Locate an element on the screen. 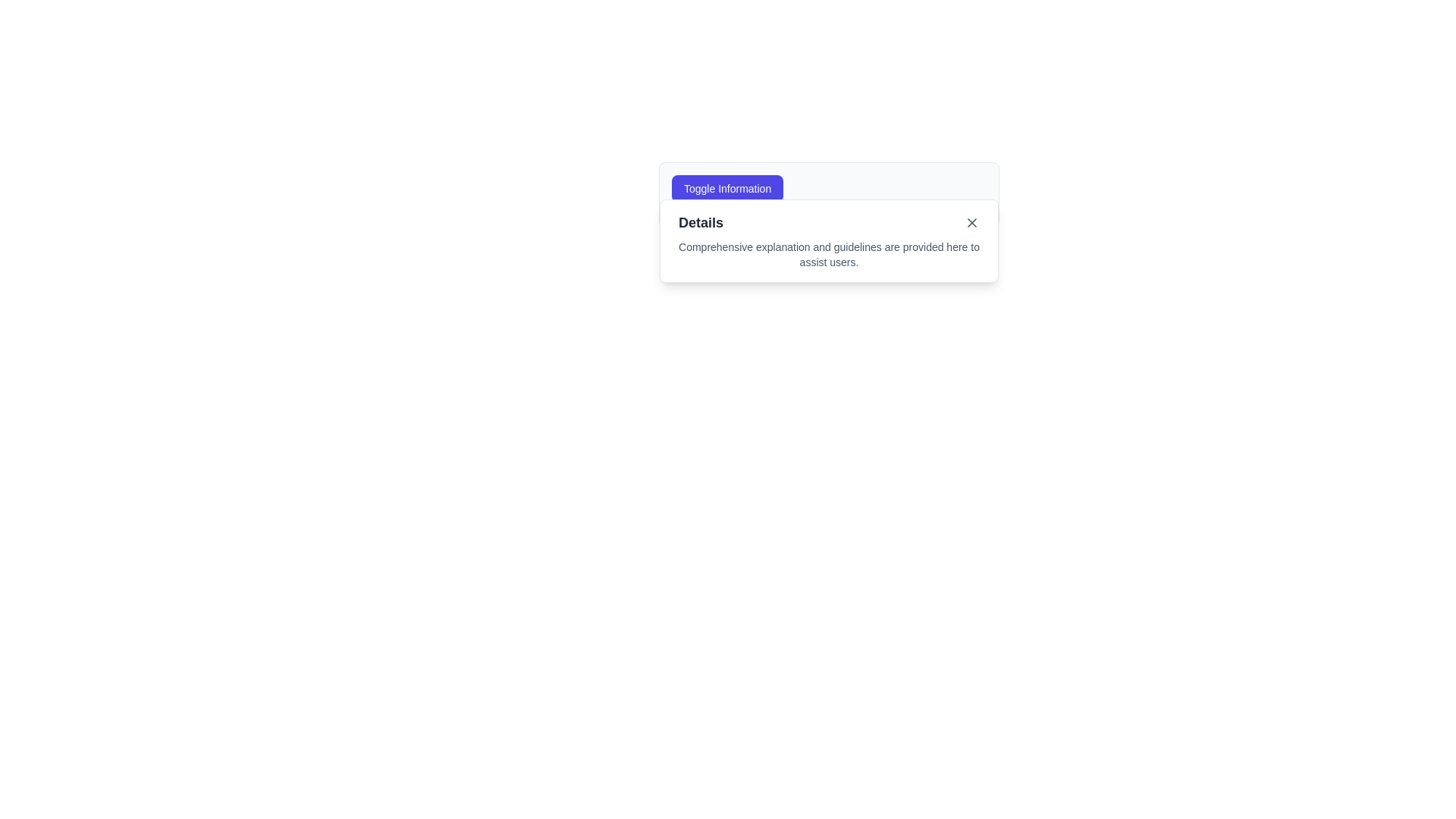 The height and width of the screenshot is (819, 1456). informational text block of the card labeled 'Details', which has a dismiss button represented by an 'x' symbol in the top-right corner is located at coordinates (828, 240).